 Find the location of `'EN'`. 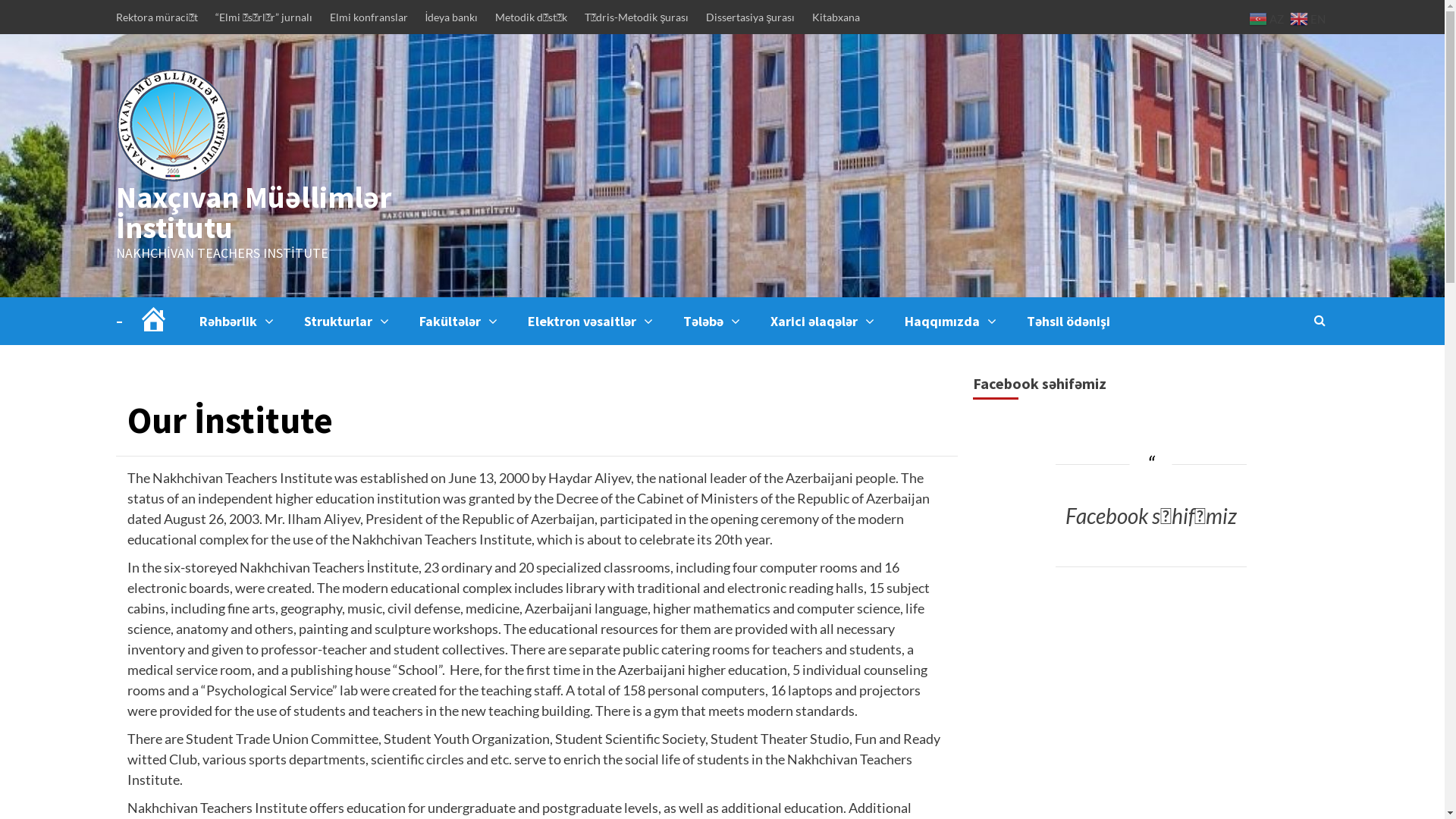

'EN' is located at coordinates (1309, 17).